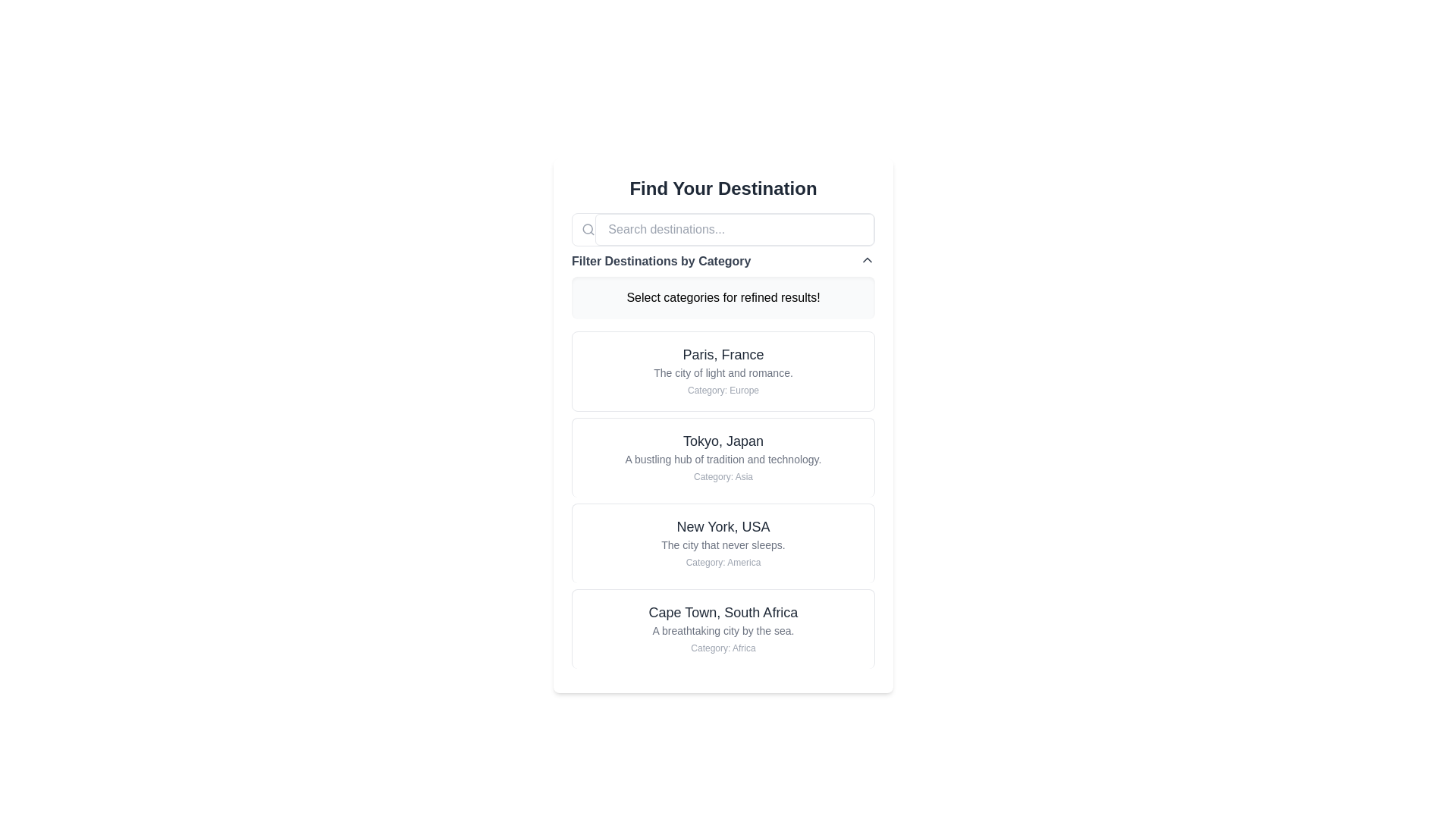 This screenshot has height=819, width=1456. Describe the element at coordinates (867, 259) in the screenshot. I see `the chevron icon located at the right end of the 'Filter Destinations by Category' label` at that location.